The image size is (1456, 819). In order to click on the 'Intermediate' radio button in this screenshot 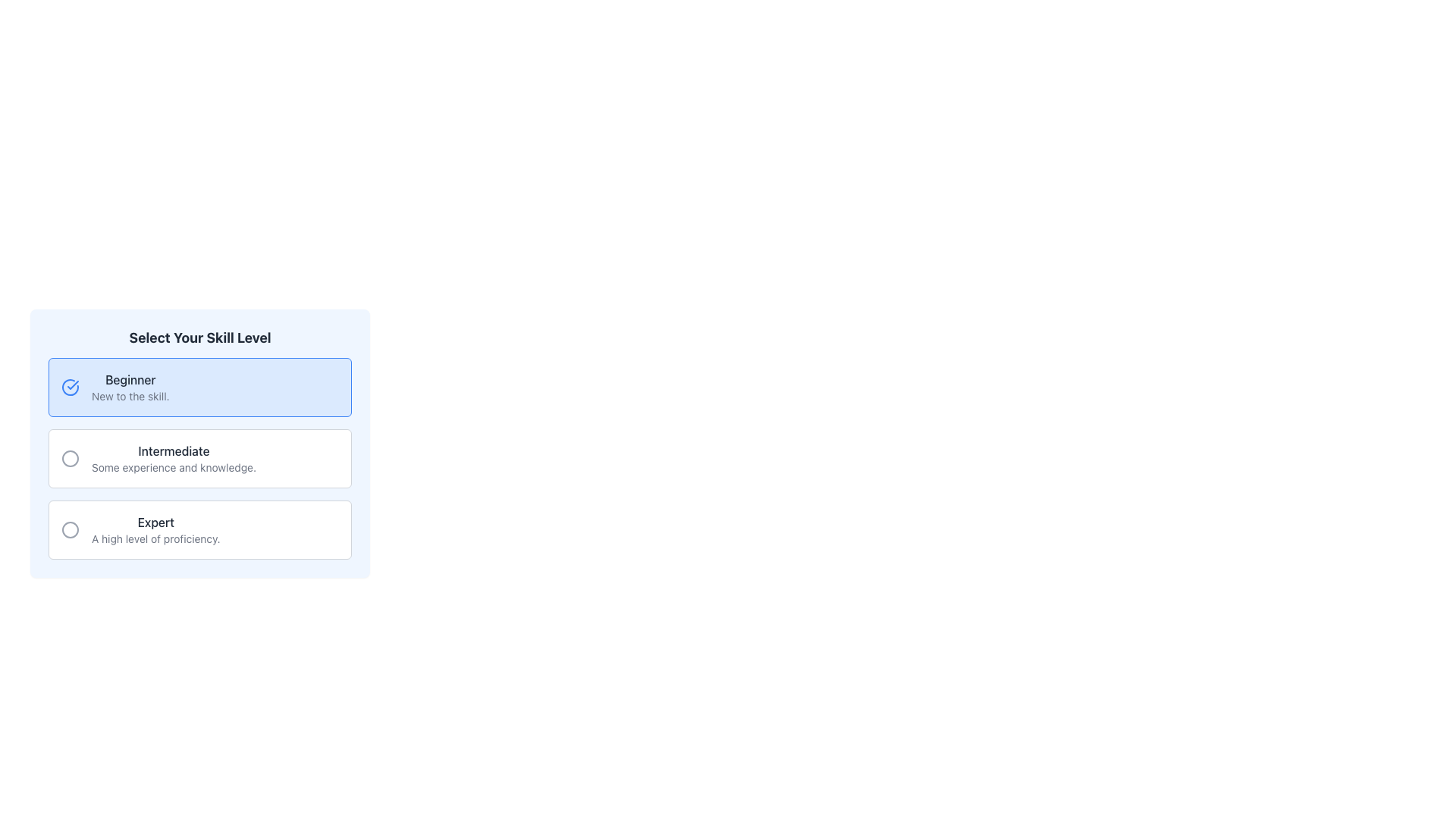, I will do `click(69, 458)`.